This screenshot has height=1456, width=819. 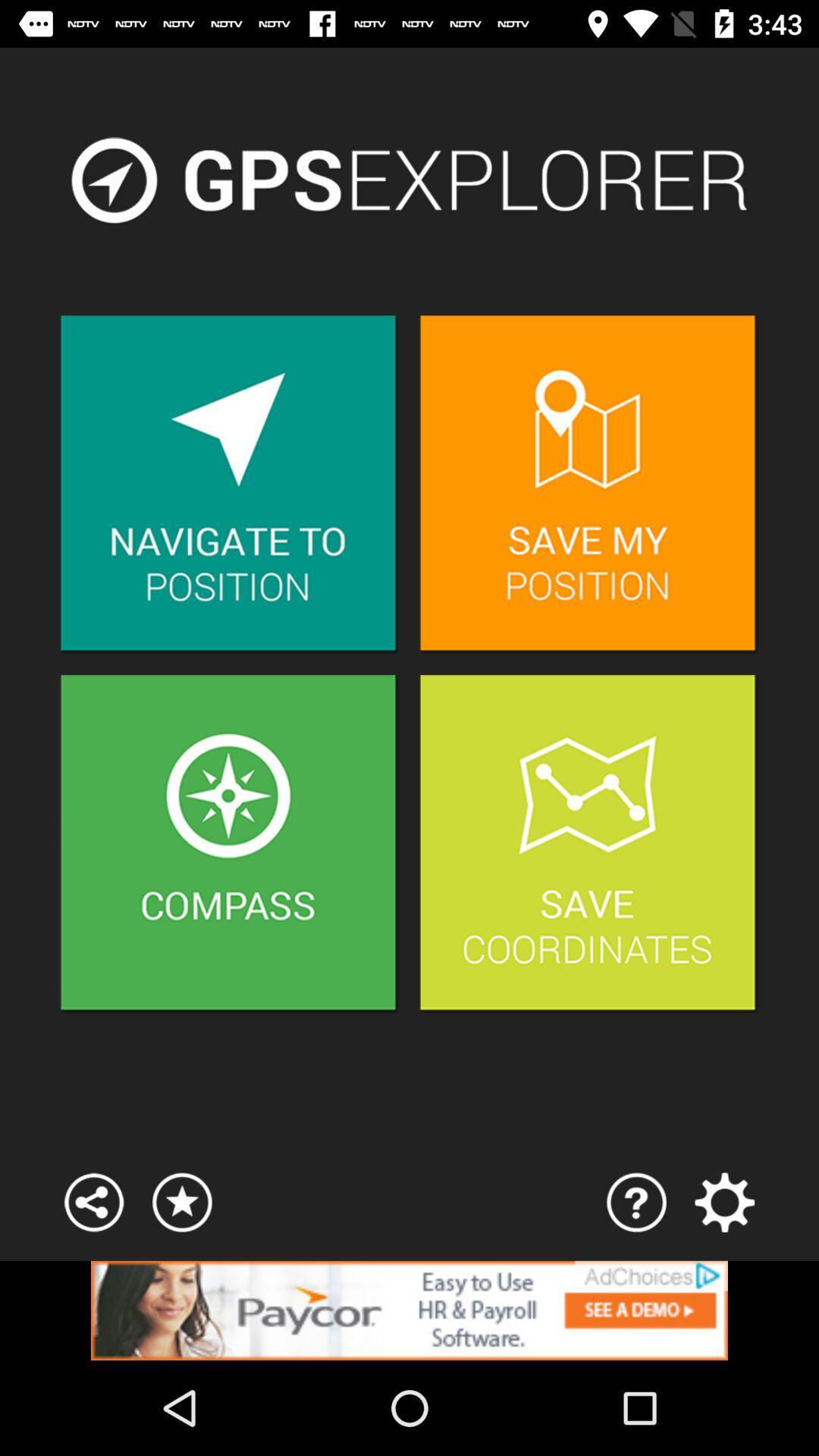 I want to click on open menu, so click(x=723, y=1201).